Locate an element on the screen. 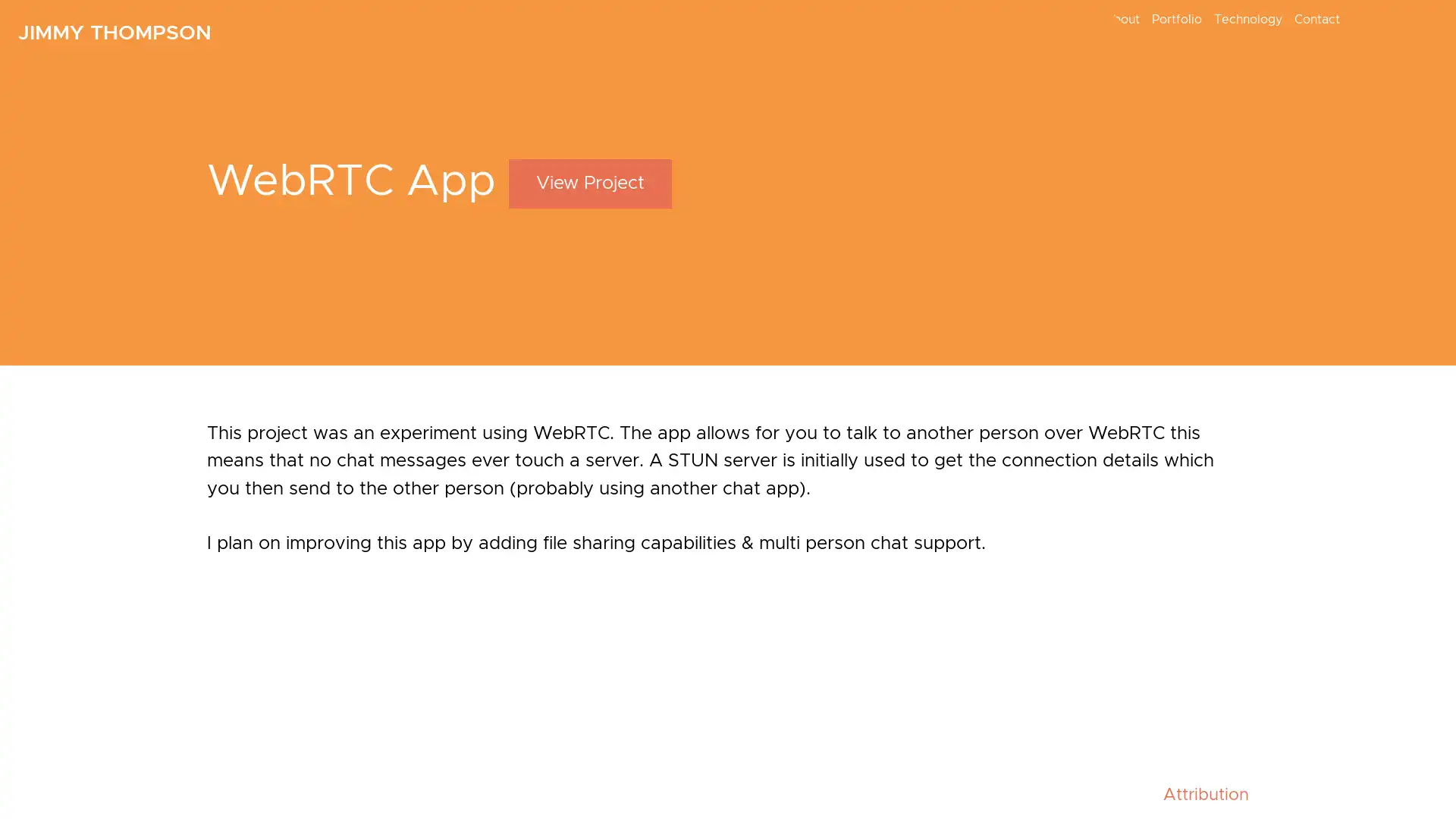 Image resolution: width=1456 pixels, height=819 pixels. Close is located at coordinates (1037, 385).